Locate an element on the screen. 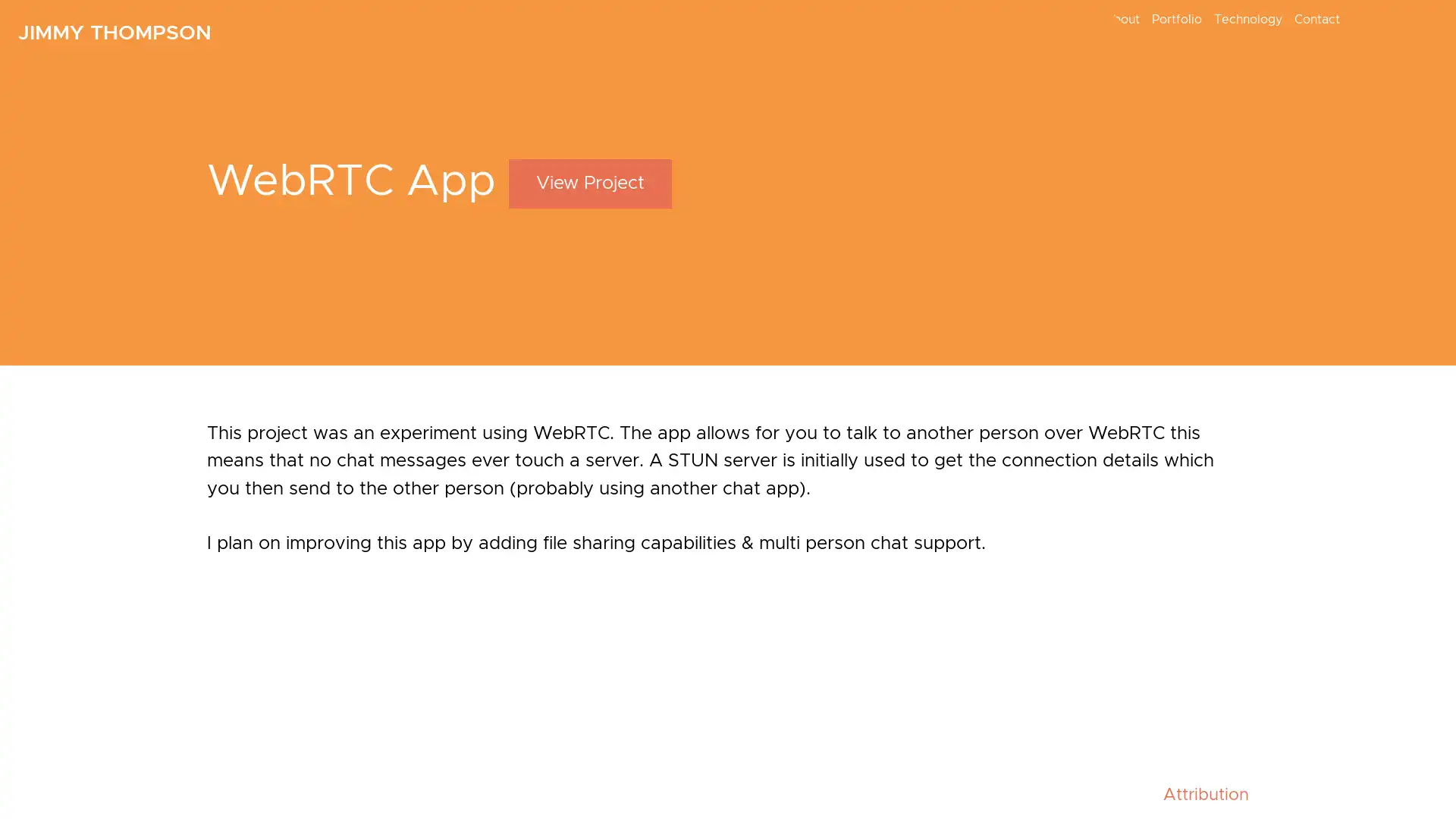 Image resolution: width=1456 pixels, height=819 pixels. Close is located at coordinates (1037, 385).